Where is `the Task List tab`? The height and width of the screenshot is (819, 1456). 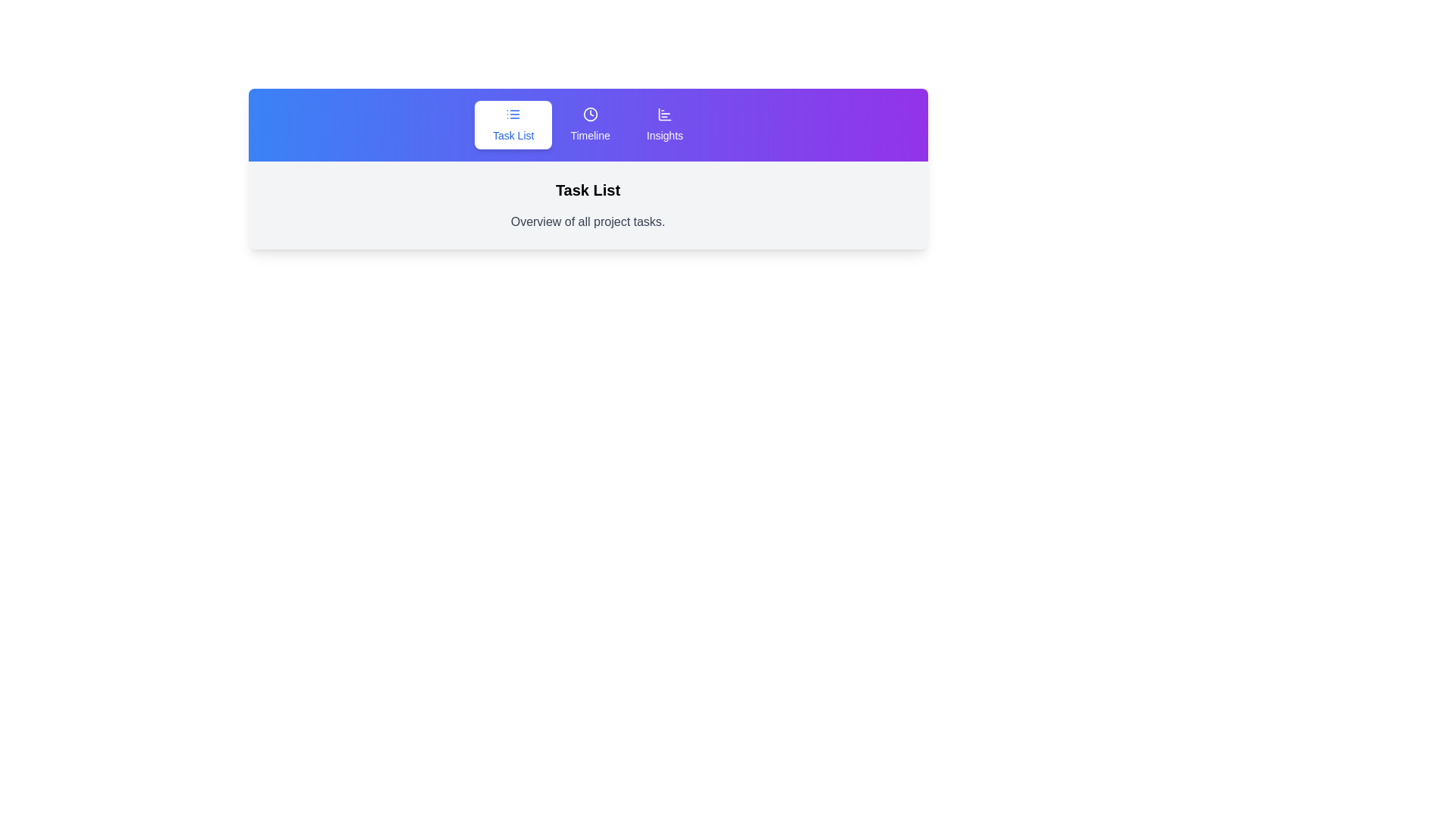 the Task List tab is located at coordinates (513, 124).